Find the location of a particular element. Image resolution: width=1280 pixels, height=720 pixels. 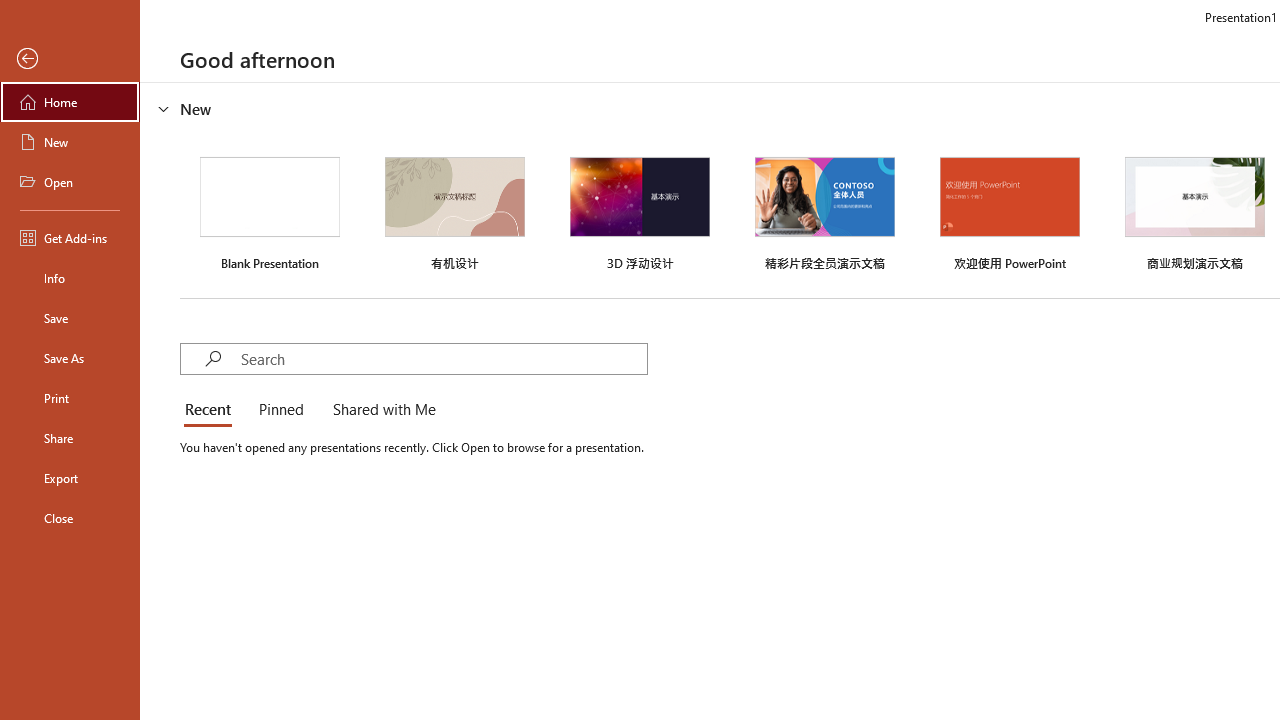

'Blank Presentation' is located at coordinates (269, 211).